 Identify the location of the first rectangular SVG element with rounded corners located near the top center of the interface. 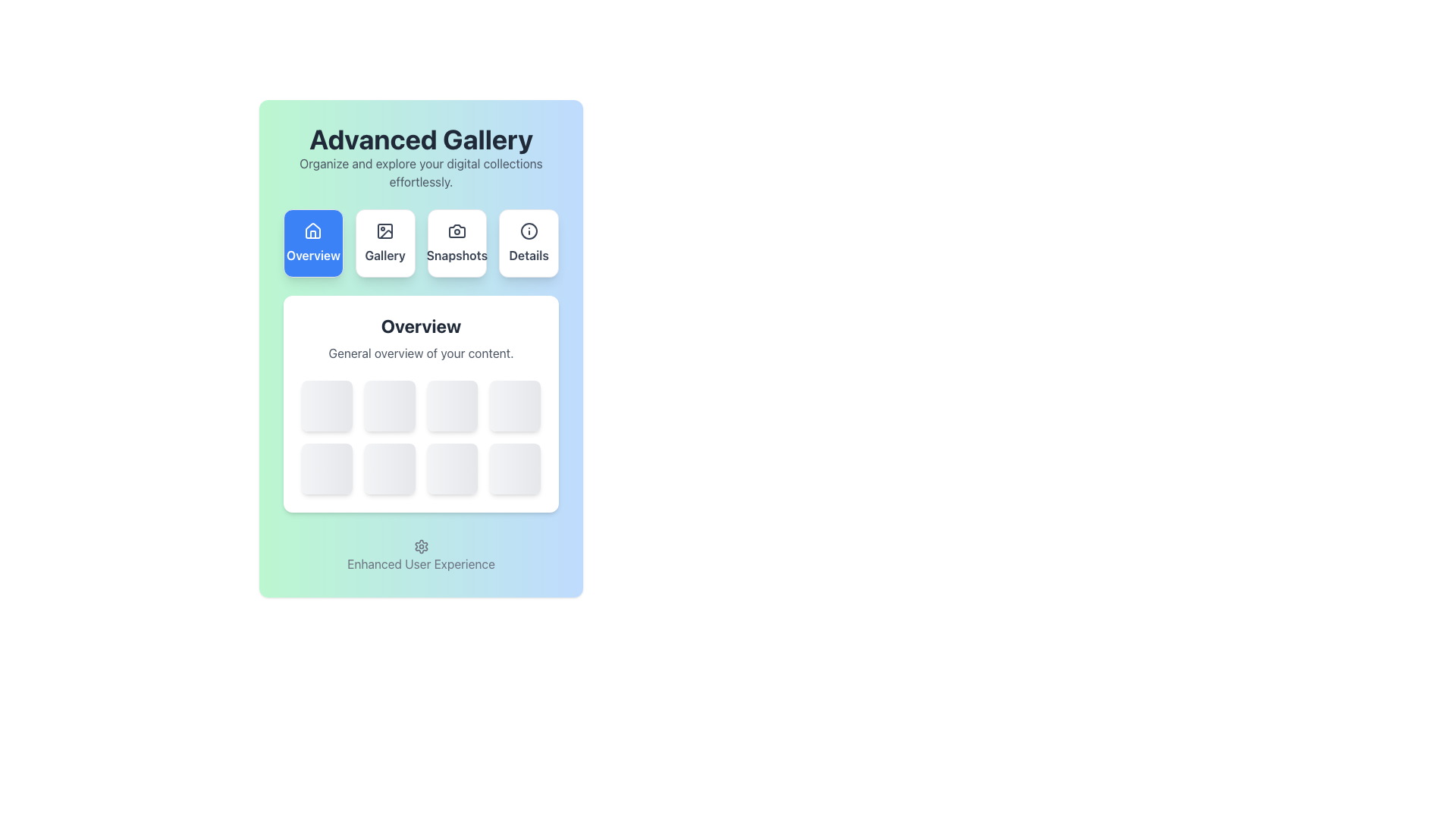
(385, 231).